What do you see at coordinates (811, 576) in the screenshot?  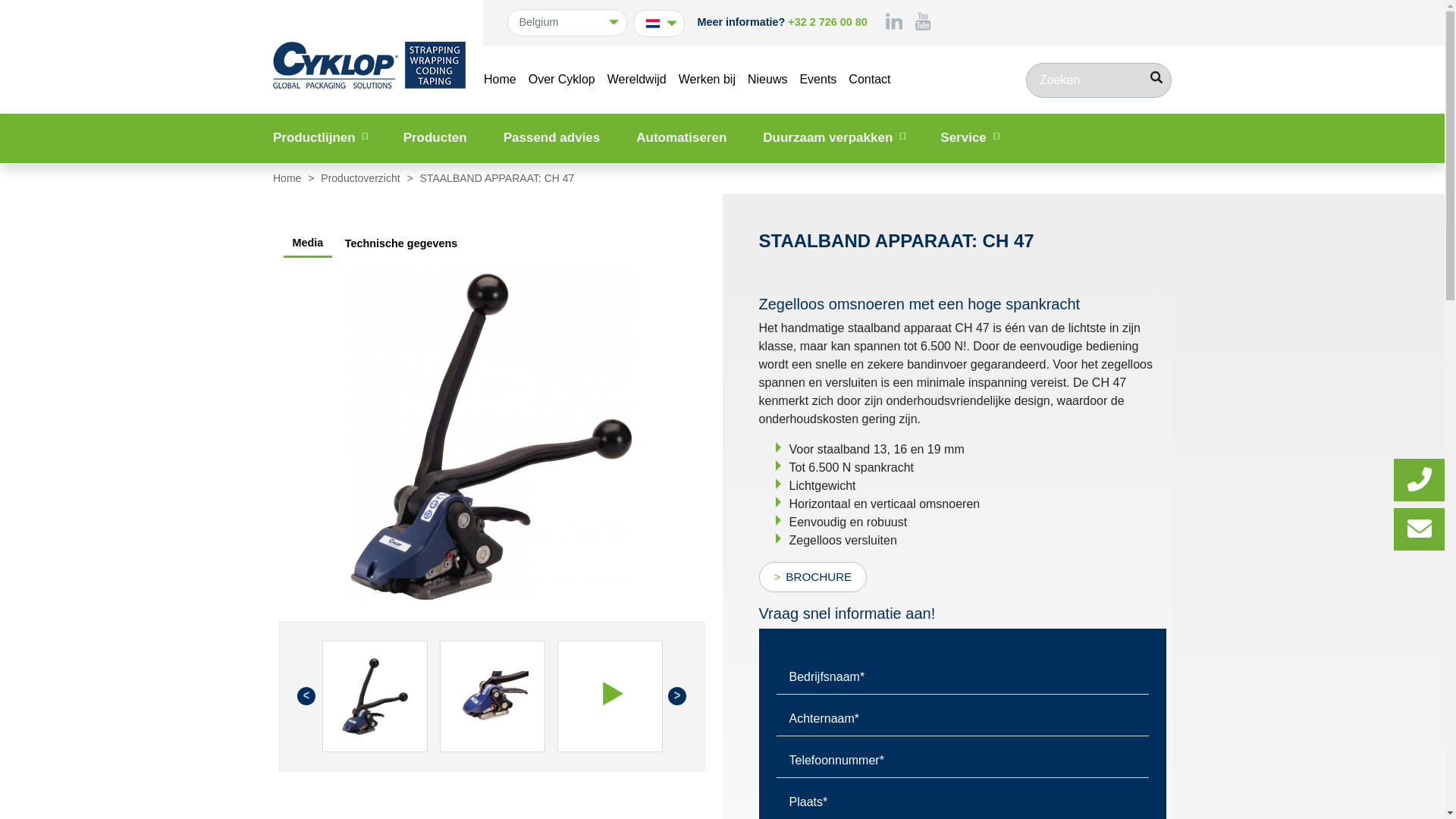 I see `'BROCHURE'` at bounding box center [811, 576].